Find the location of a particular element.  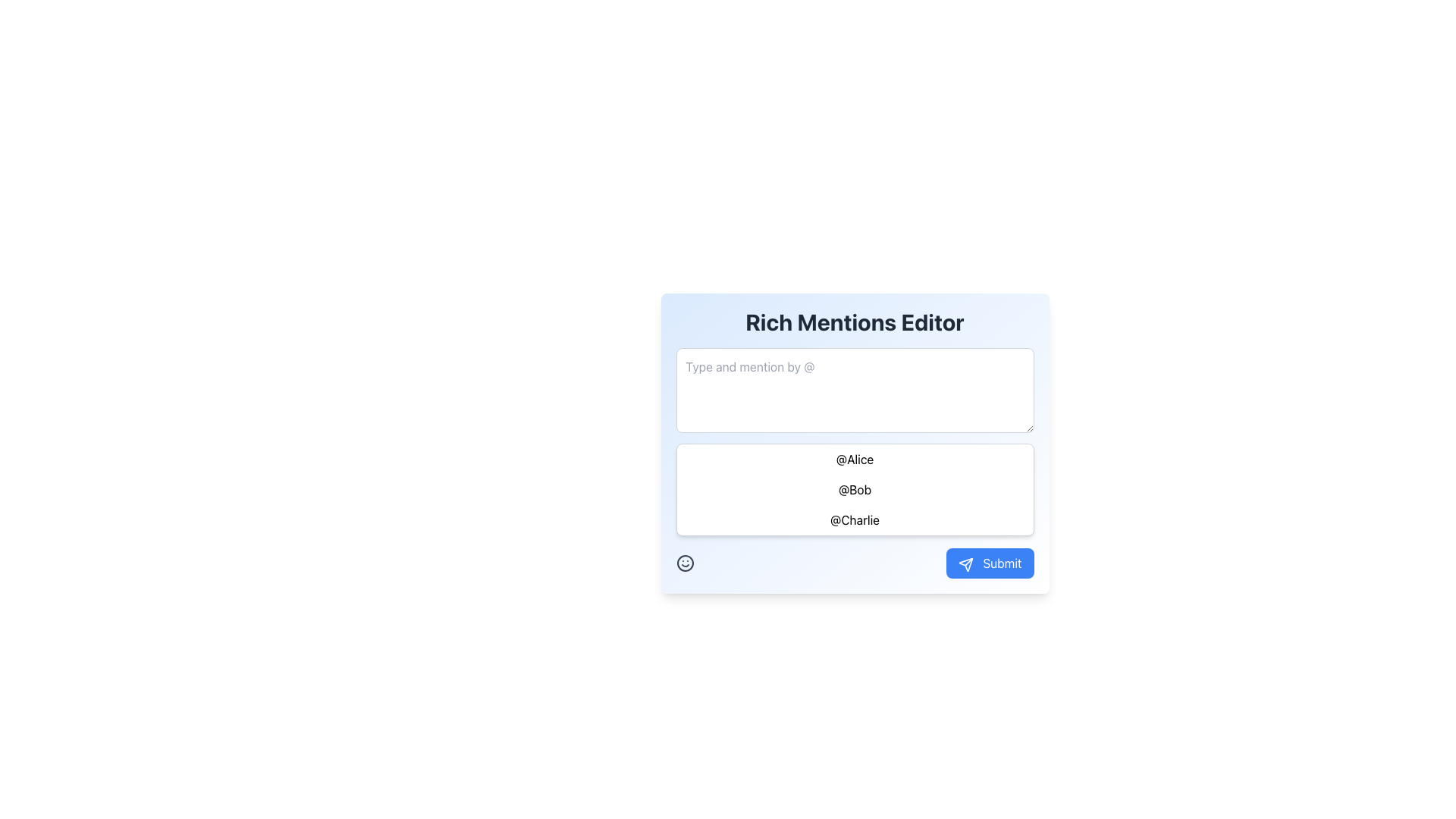

the first mention suggestion option '@Alice' in the list below the input box labeled 'Type and mention by @' is located at coordinates (855, 458).